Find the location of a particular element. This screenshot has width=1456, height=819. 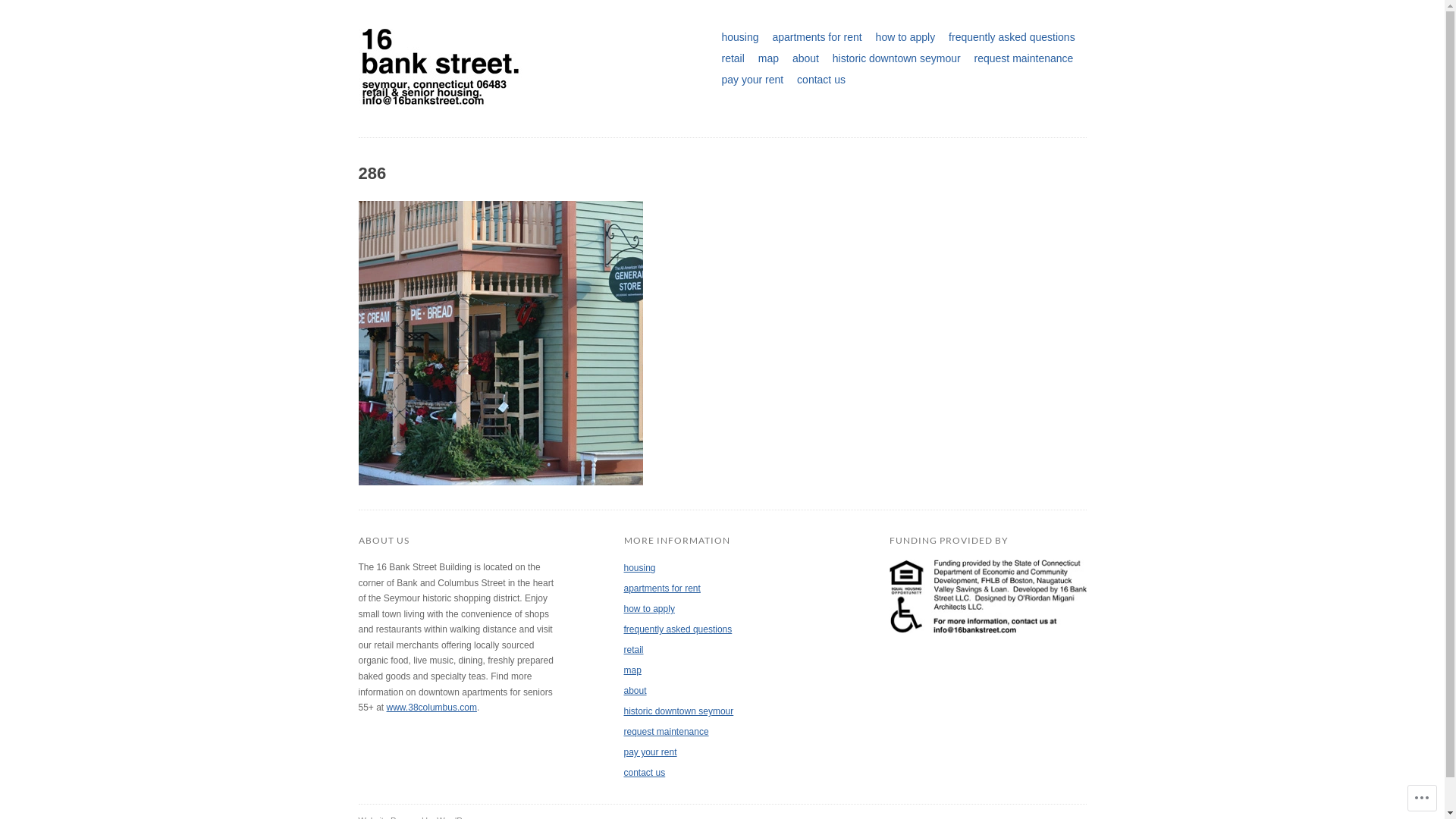

'pay your rent' is located at coordinates (623, 752).